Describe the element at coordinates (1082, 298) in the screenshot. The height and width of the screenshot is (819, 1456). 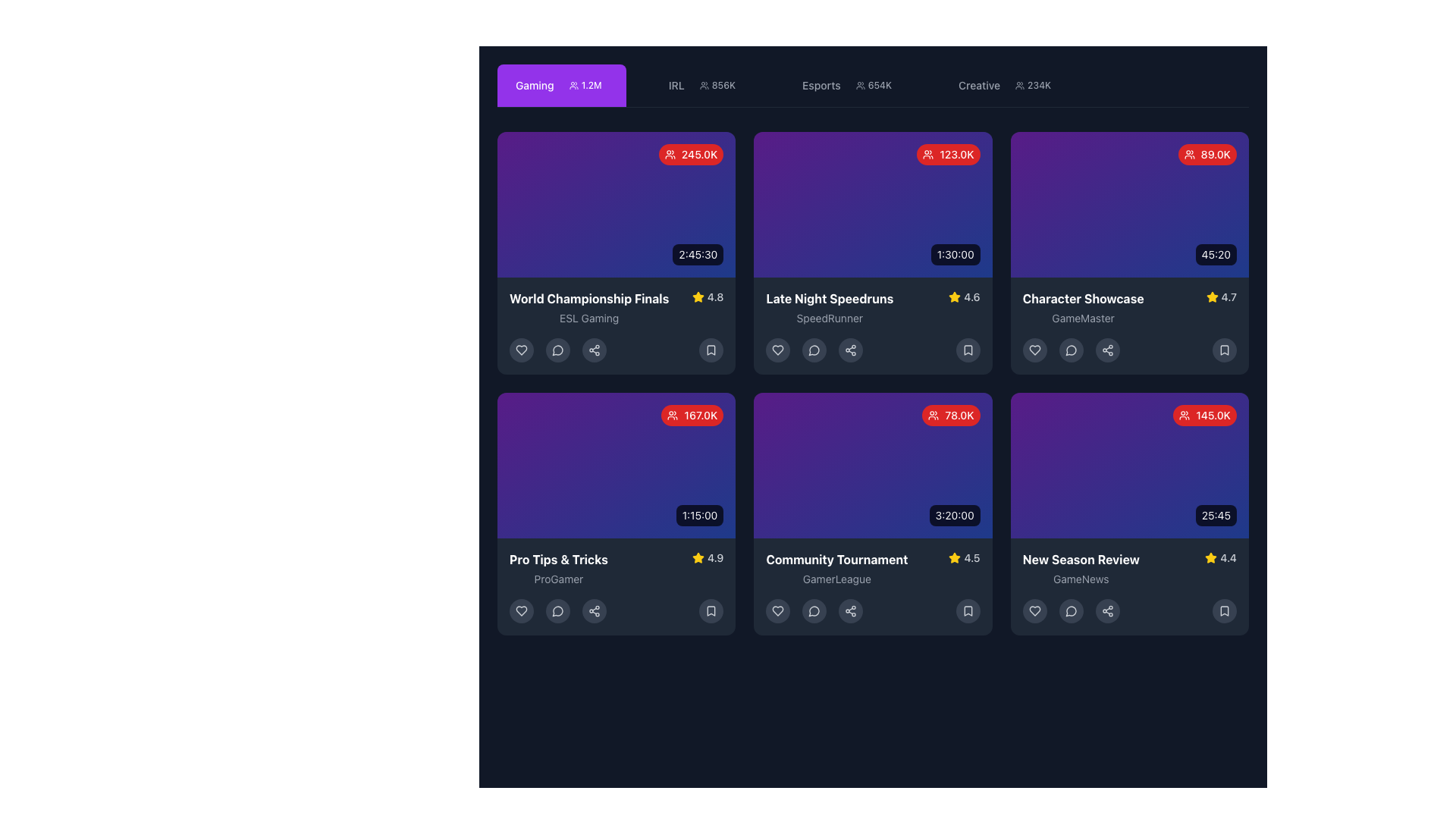
I see `the static text label that represents the title of the streaming event, located in the third item of a 3x2 grid, positioned above the subtitle 'GameMaster'` at that location.